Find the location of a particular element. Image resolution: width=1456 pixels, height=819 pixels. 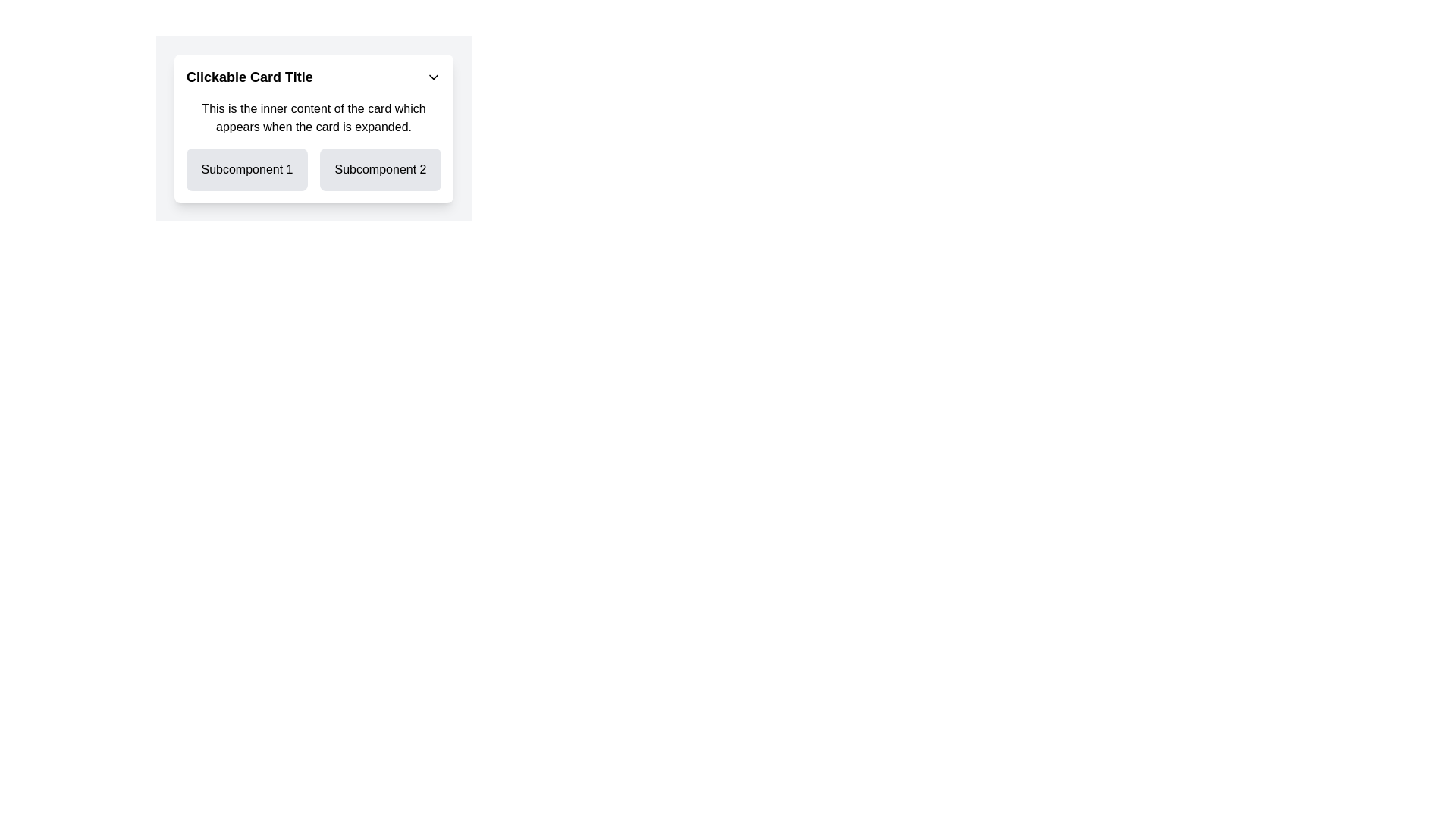

the chevron icon located at the far-right end of the header of the card titled 'Clickable Card Title' is located at coordinates (432, 77).